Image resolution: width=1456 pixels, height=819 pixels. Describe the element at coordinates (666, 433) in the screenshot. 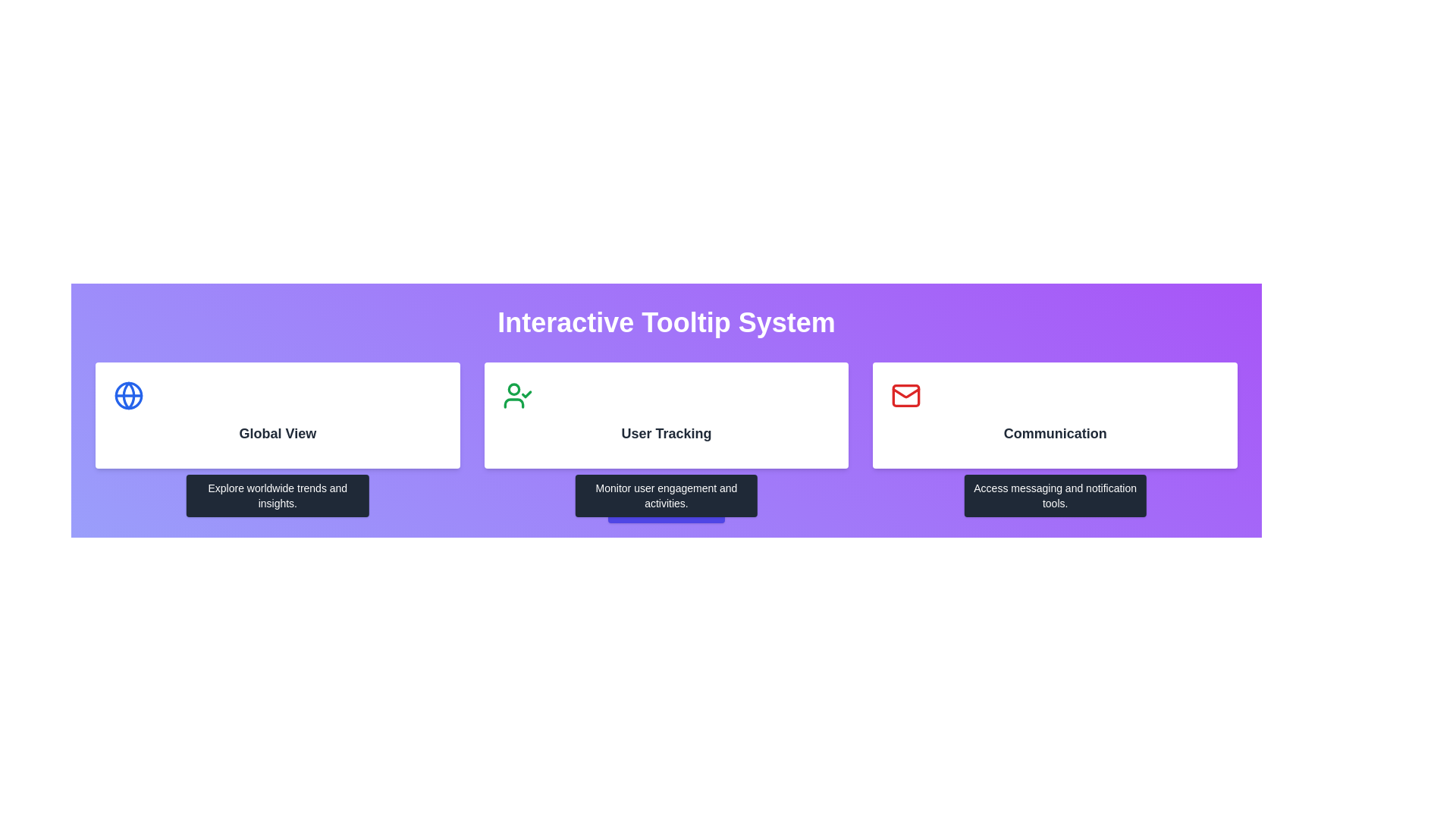

I see `the title label indicating user tracking, which is centrally positioned under the green user check mark icon` at that location.